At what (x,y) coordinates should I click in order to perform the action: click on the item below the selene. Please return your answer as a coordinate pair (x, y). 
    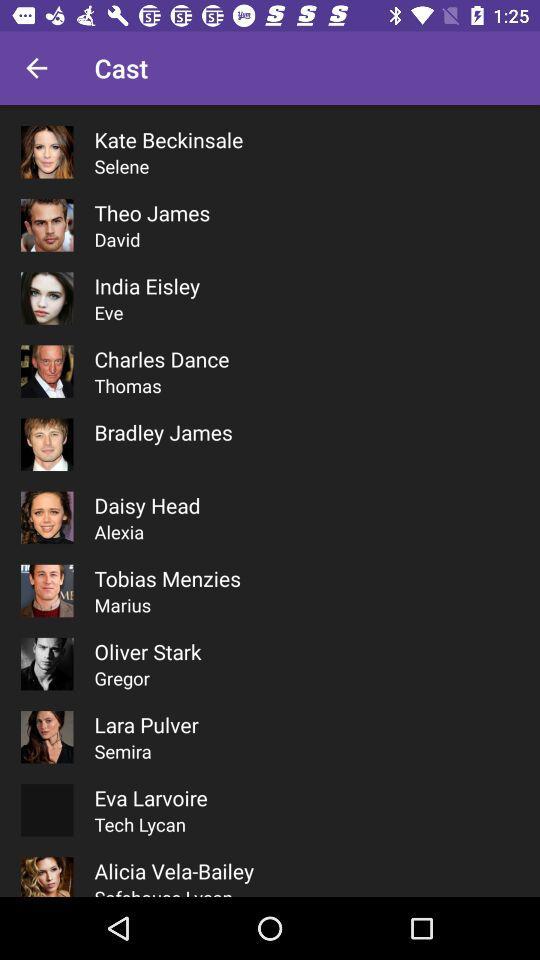
    Looking at the image, I should click on (151, 213).